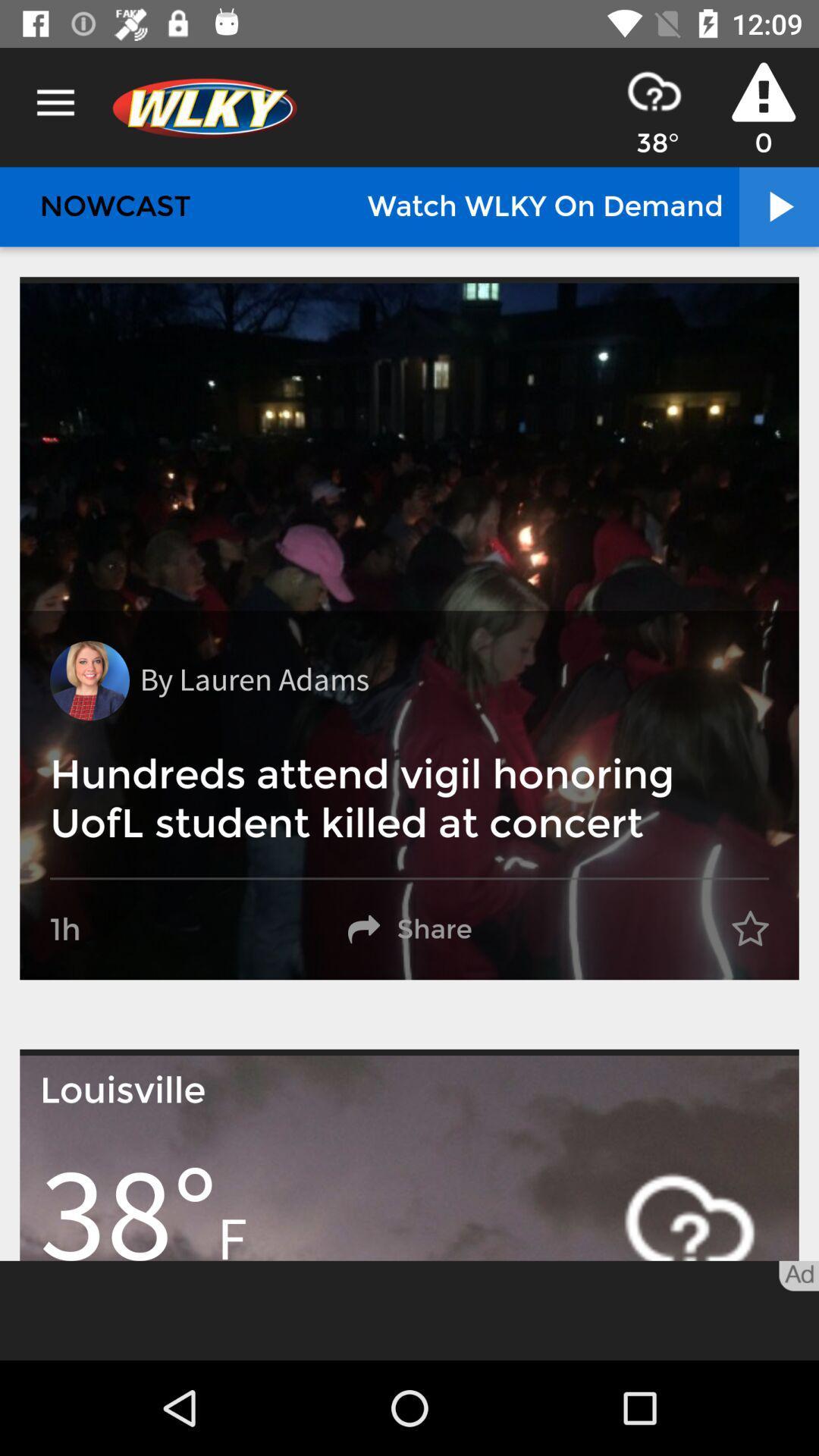 The image size is (819, 1456). What do you see at coordinates (778, 206) in the screenshot?
I see `play icon above image` at bounding box center [778, 206].